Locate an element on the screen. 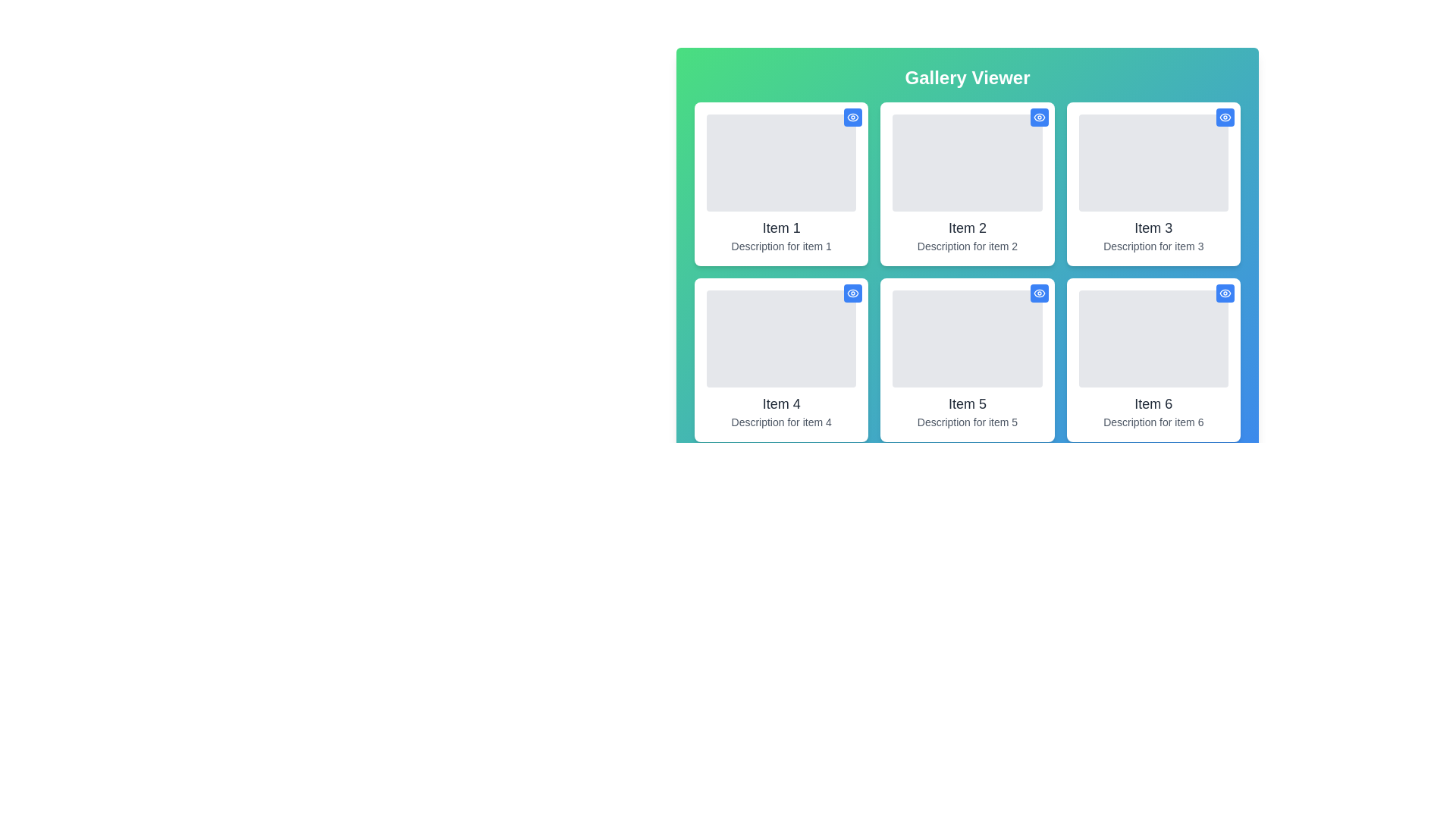 The height and width of the screenshot is (819, 1456). the text label displaying 'Item 5' that is bold and dark gray, positioned above the description 'Description for item 5' in the second row, middle column of the grid layout is located at coordinates (967, 403).